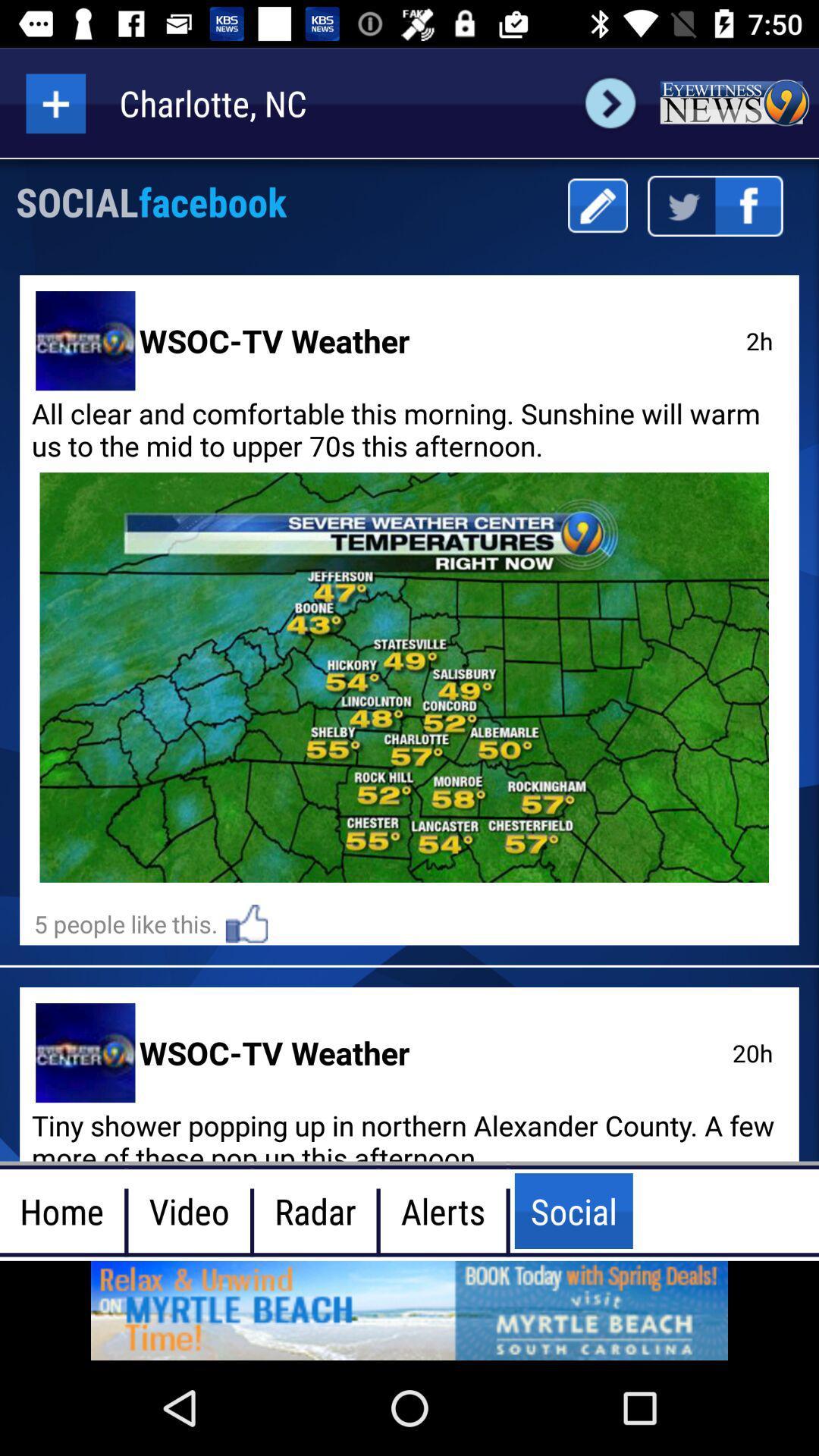  Describe the element at coordinates (597, 205) in the screenshot. I see `write a post` at that location.